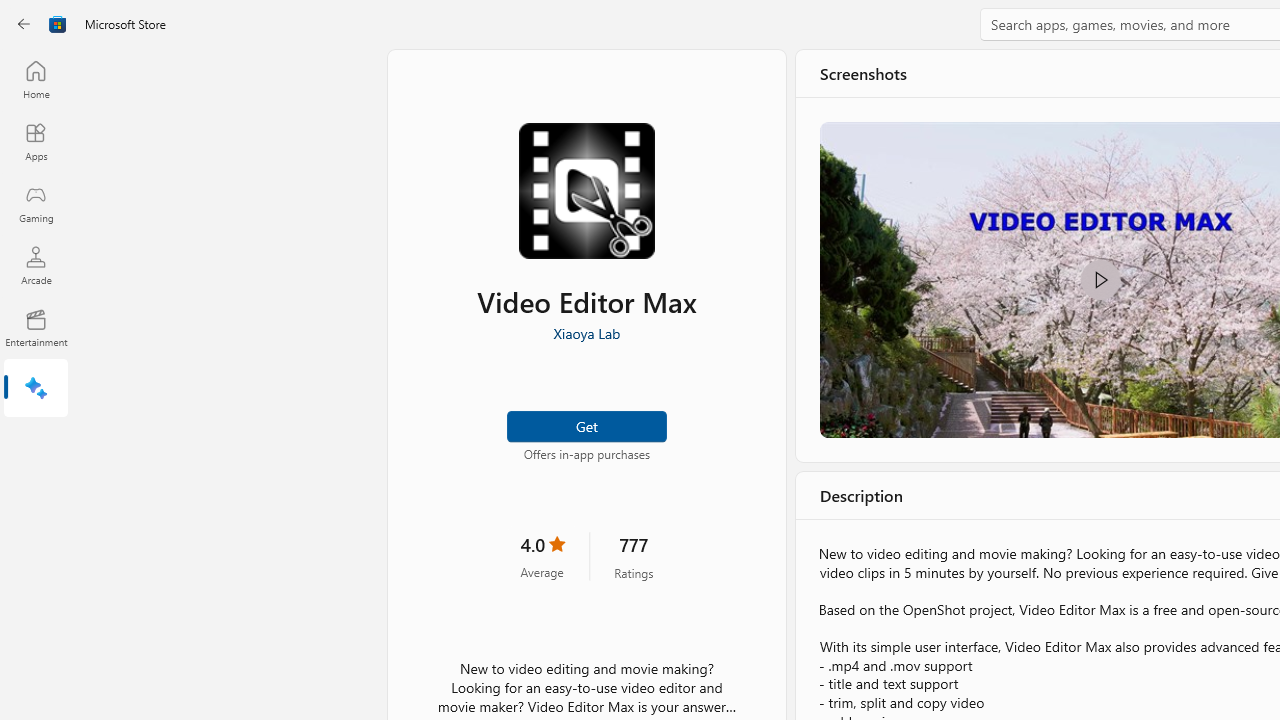 The width and height of the screenshot is (1280, 720). I want to click on 'Home', so click(35, 78).